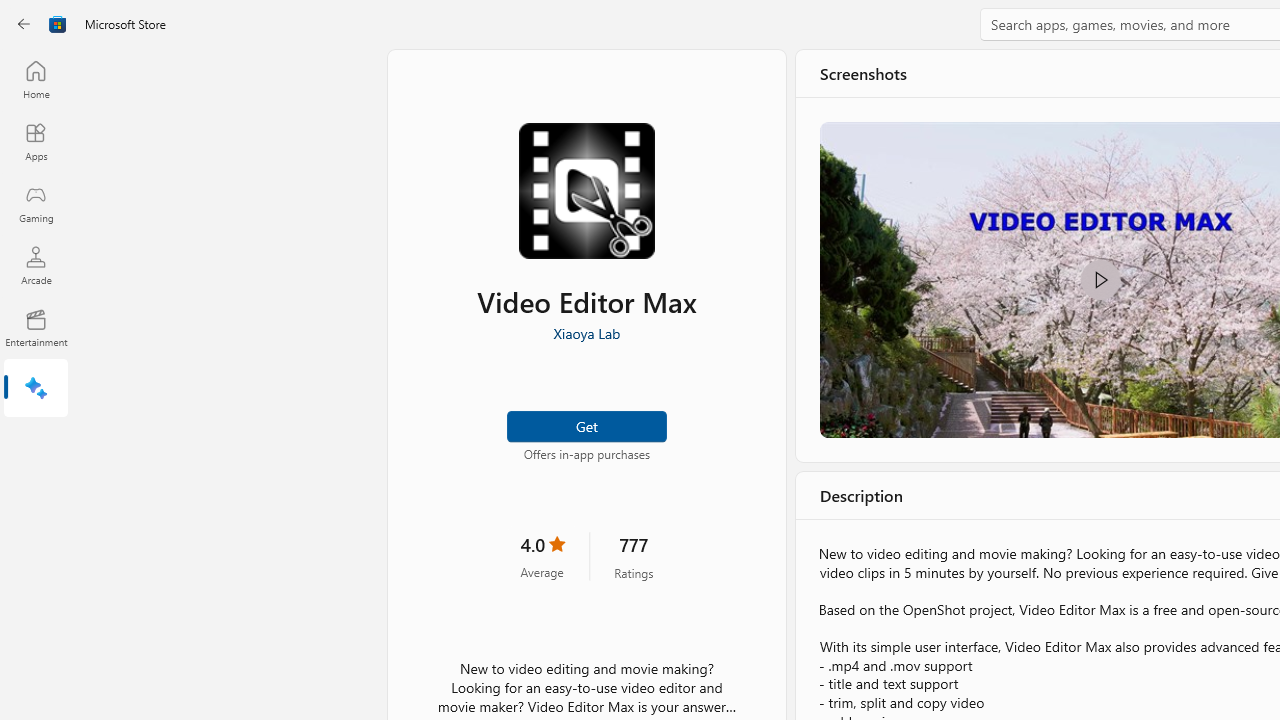 The width and height of the screenshot is (1280, 720). I want to click on 'Home', so click(35, 78).